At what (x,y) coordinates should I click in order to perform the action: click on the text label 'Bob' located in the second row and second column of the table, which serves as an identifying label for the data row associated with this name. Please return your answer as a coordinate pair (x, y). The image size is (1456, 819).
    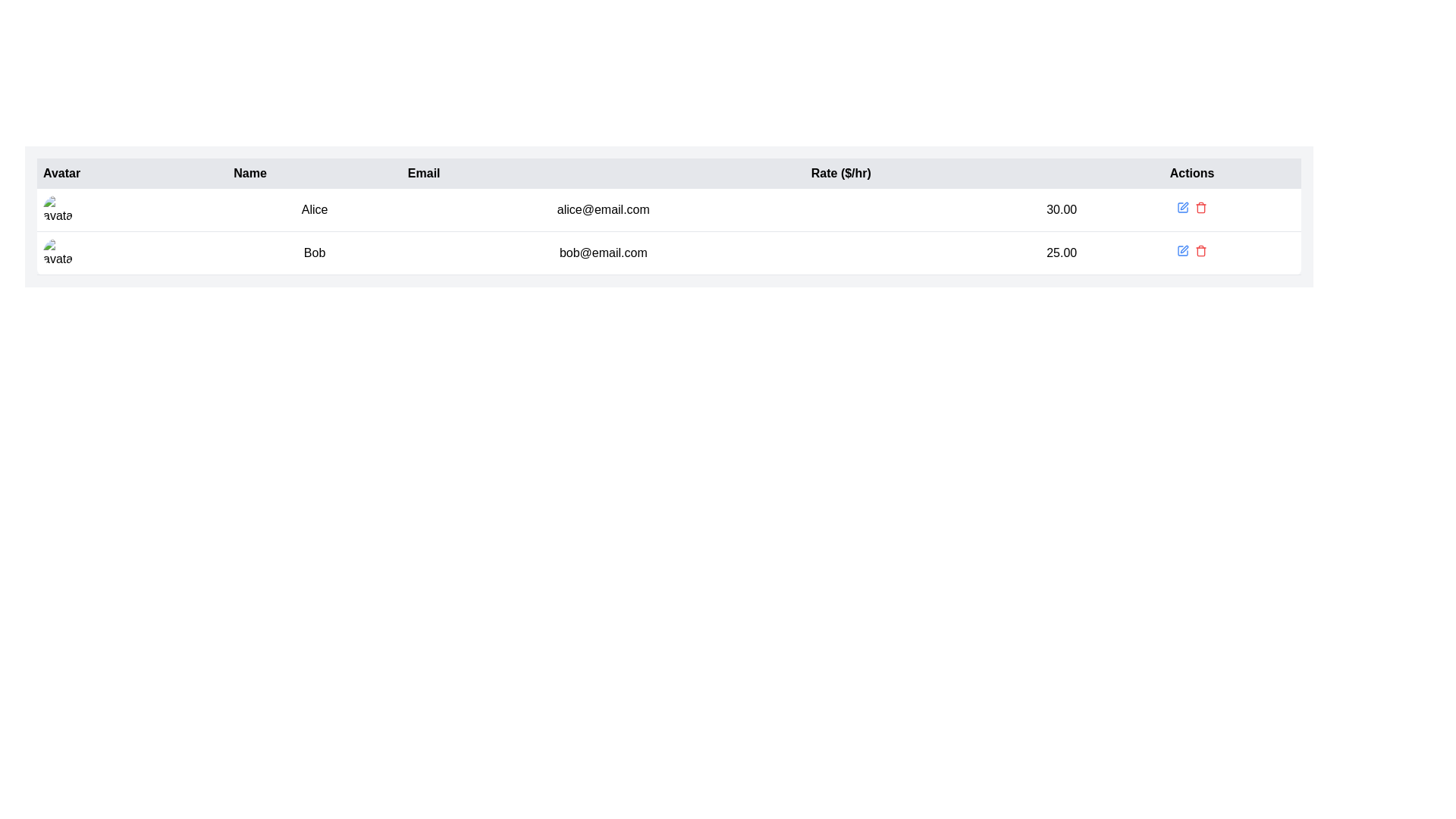
    Looking at the image, I should click on (314, 253).